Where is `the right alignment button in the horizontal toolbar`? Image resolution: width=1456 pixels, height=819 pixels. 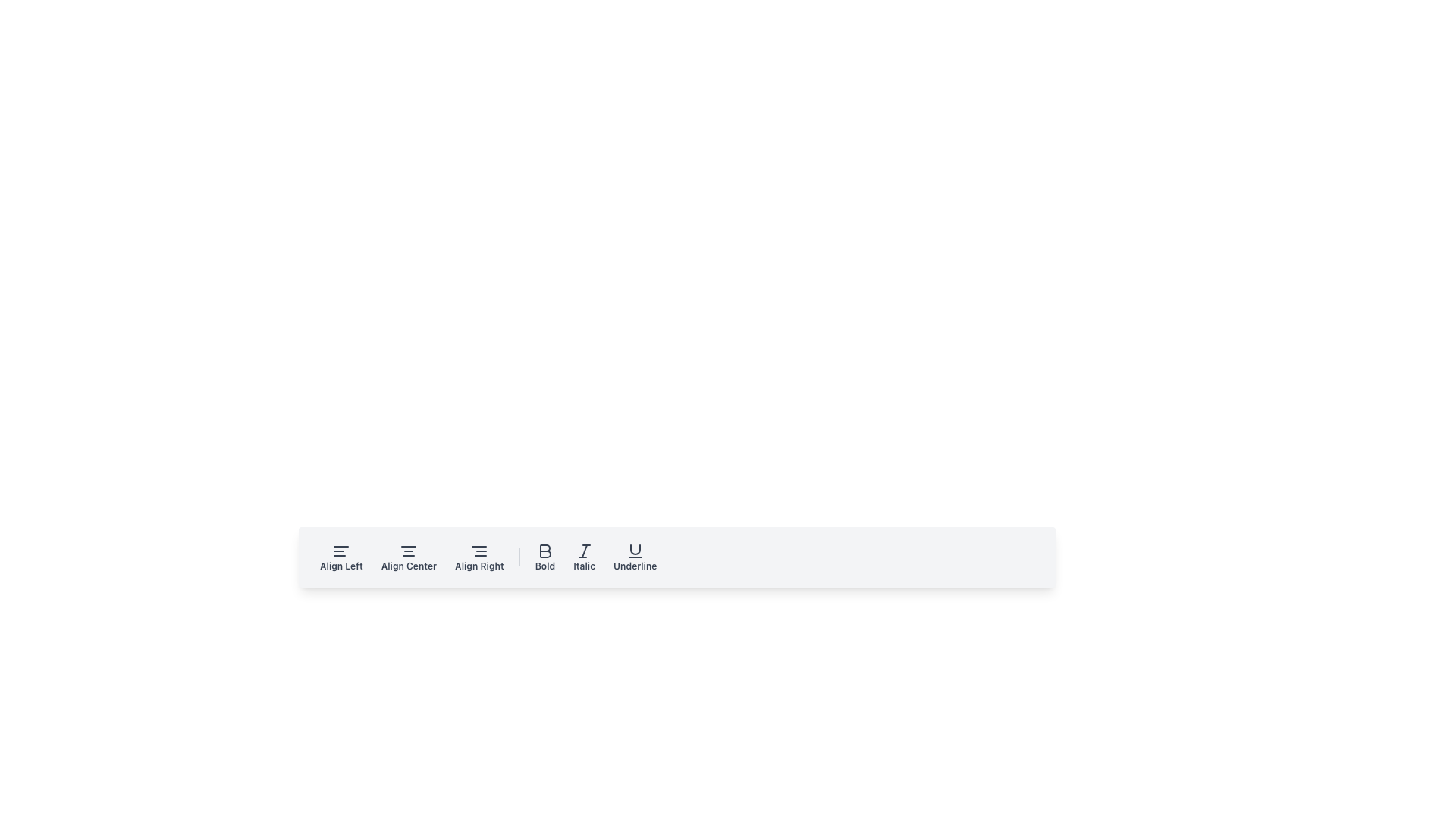
the right alignment button in the horizontal toolbar is located at coordinates (479, 557).